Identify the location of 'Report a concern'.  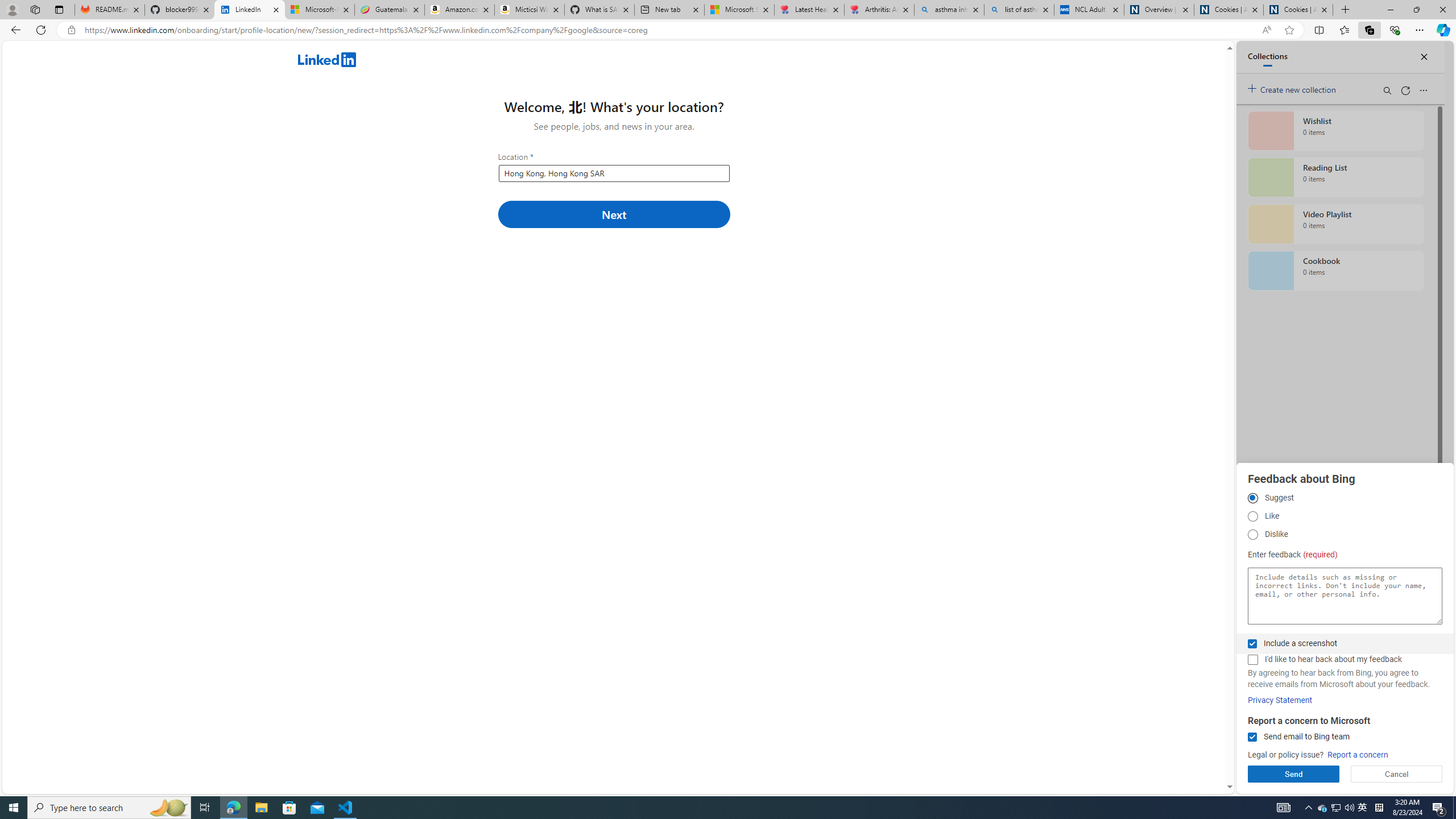
(1358, 754).